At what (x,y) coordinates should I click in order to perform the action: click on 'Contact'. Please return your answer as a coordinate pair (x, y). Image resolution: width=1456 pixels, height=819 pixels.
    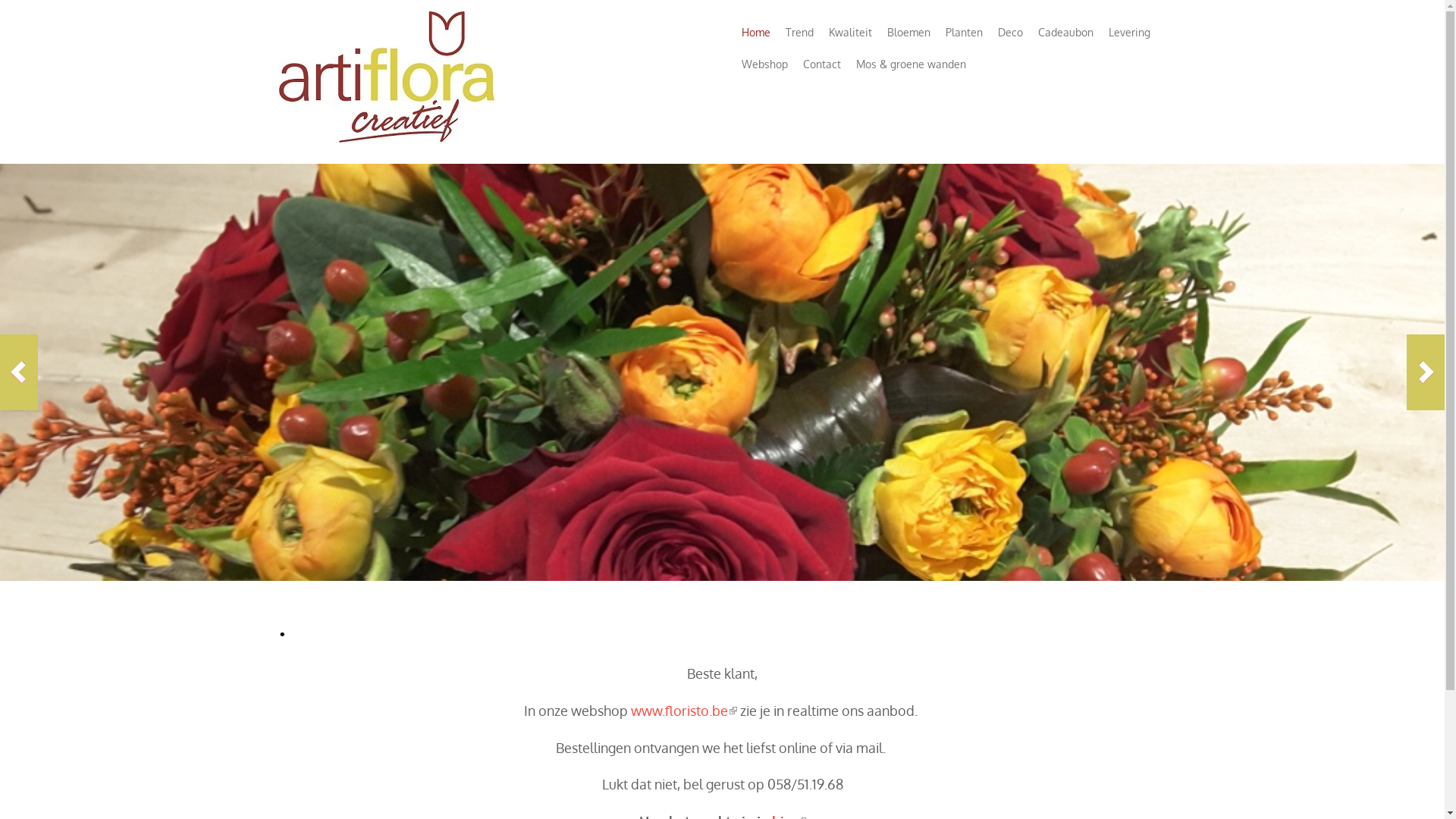
    Looking at the image, I should click on (821, 63).